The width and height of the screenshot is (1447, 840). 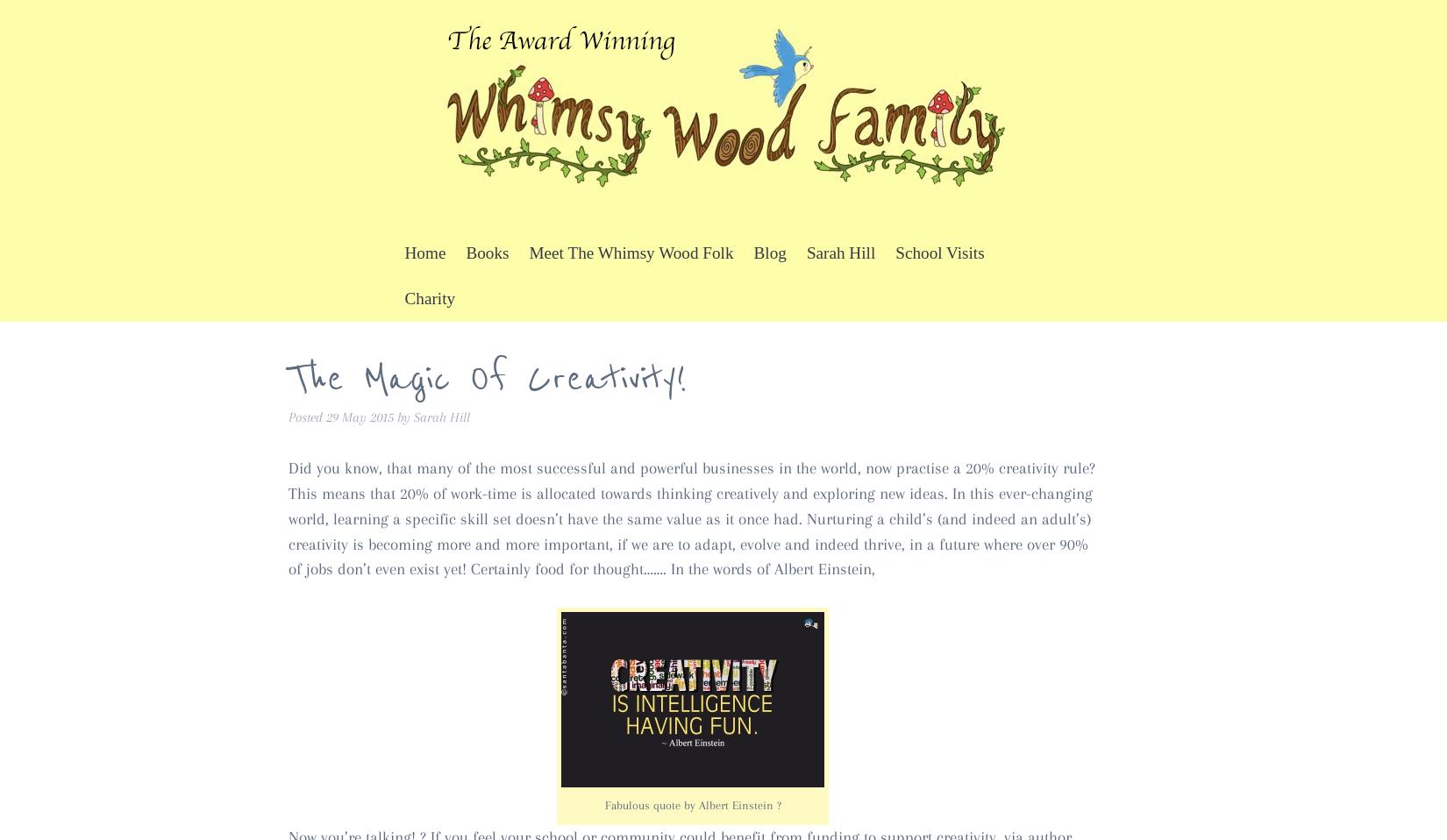 I want to click on 'Books', so click(x=486, y=252).